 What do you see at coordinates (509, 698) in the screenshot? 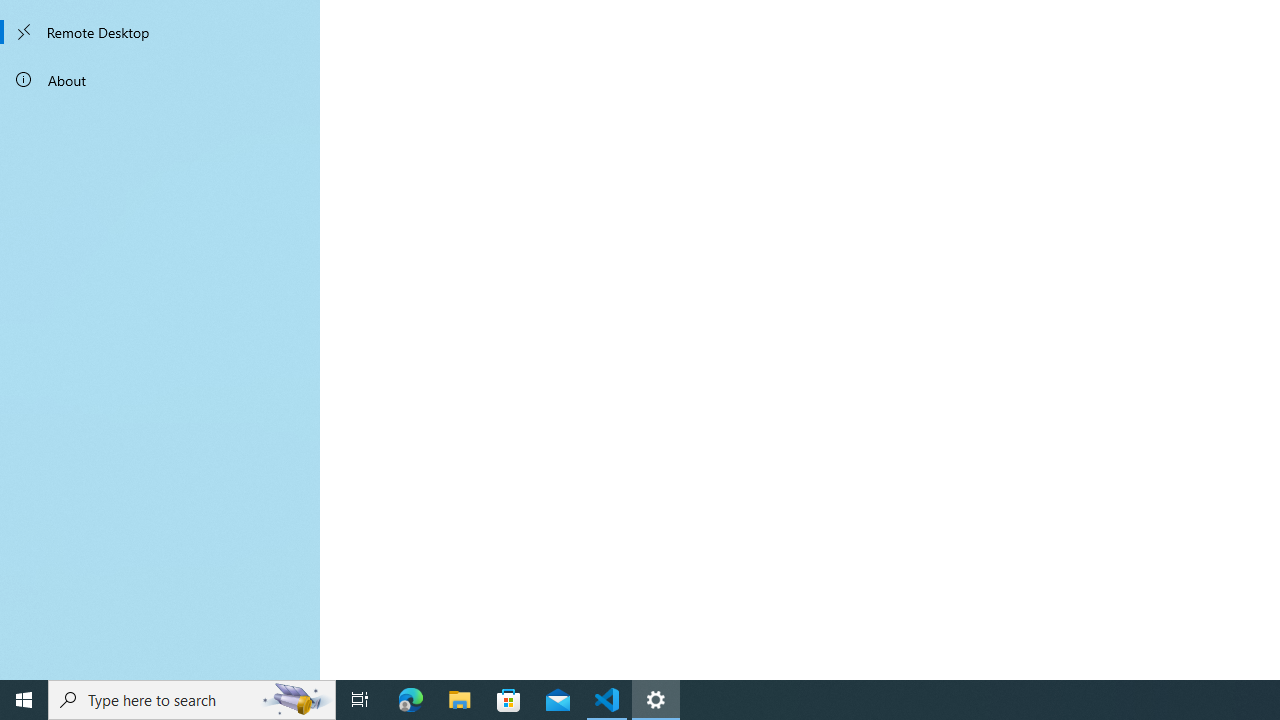
I see `'Microsoft Store'` at bounding box center [509, 698].